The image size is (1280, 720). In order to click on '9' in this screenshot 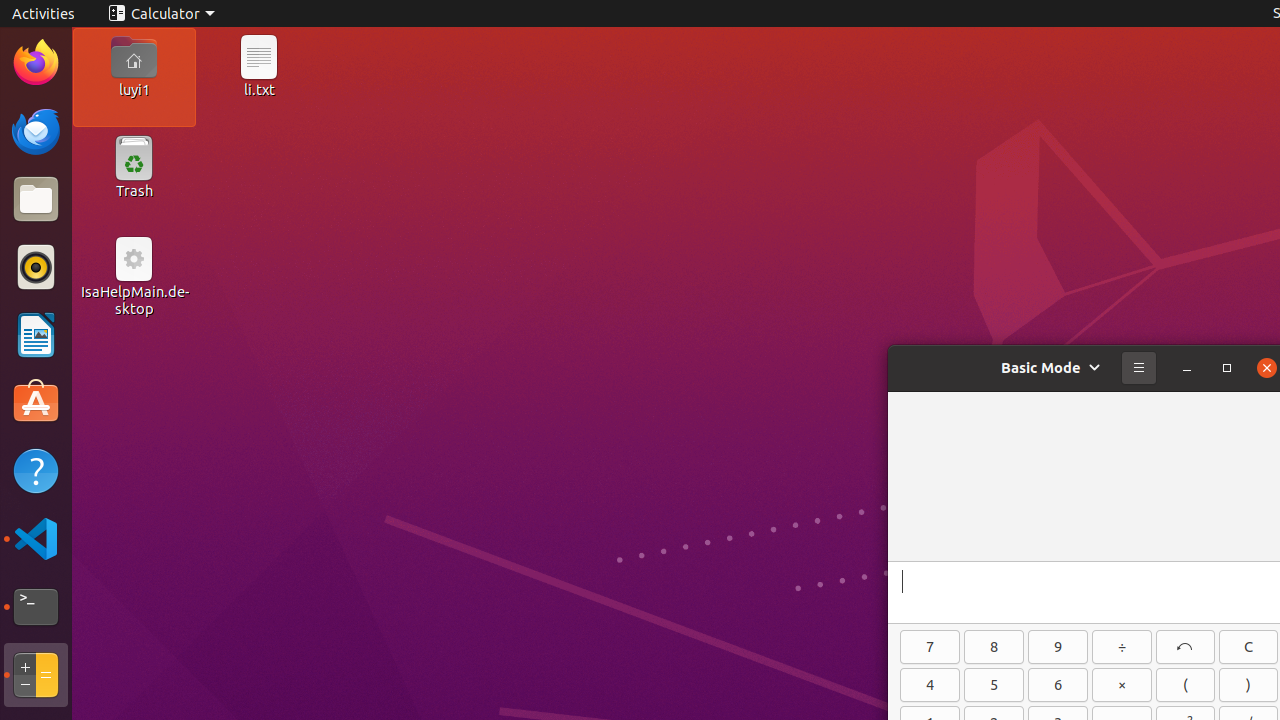, I will do `click(1057, 646)`.